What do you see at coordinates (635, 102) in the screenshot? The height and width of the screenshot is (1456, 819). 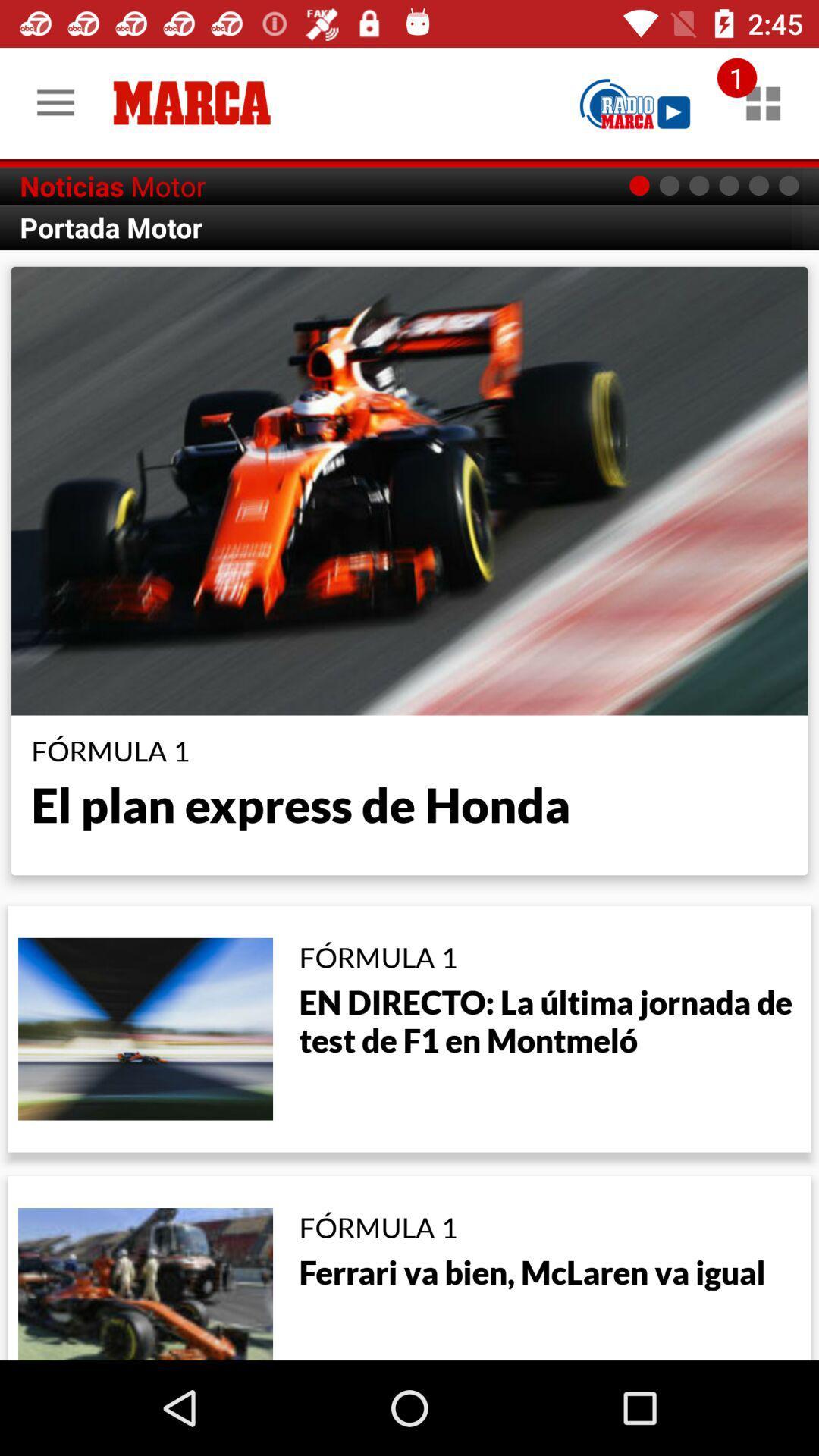 I see `video` at bounding box center [635, 102].